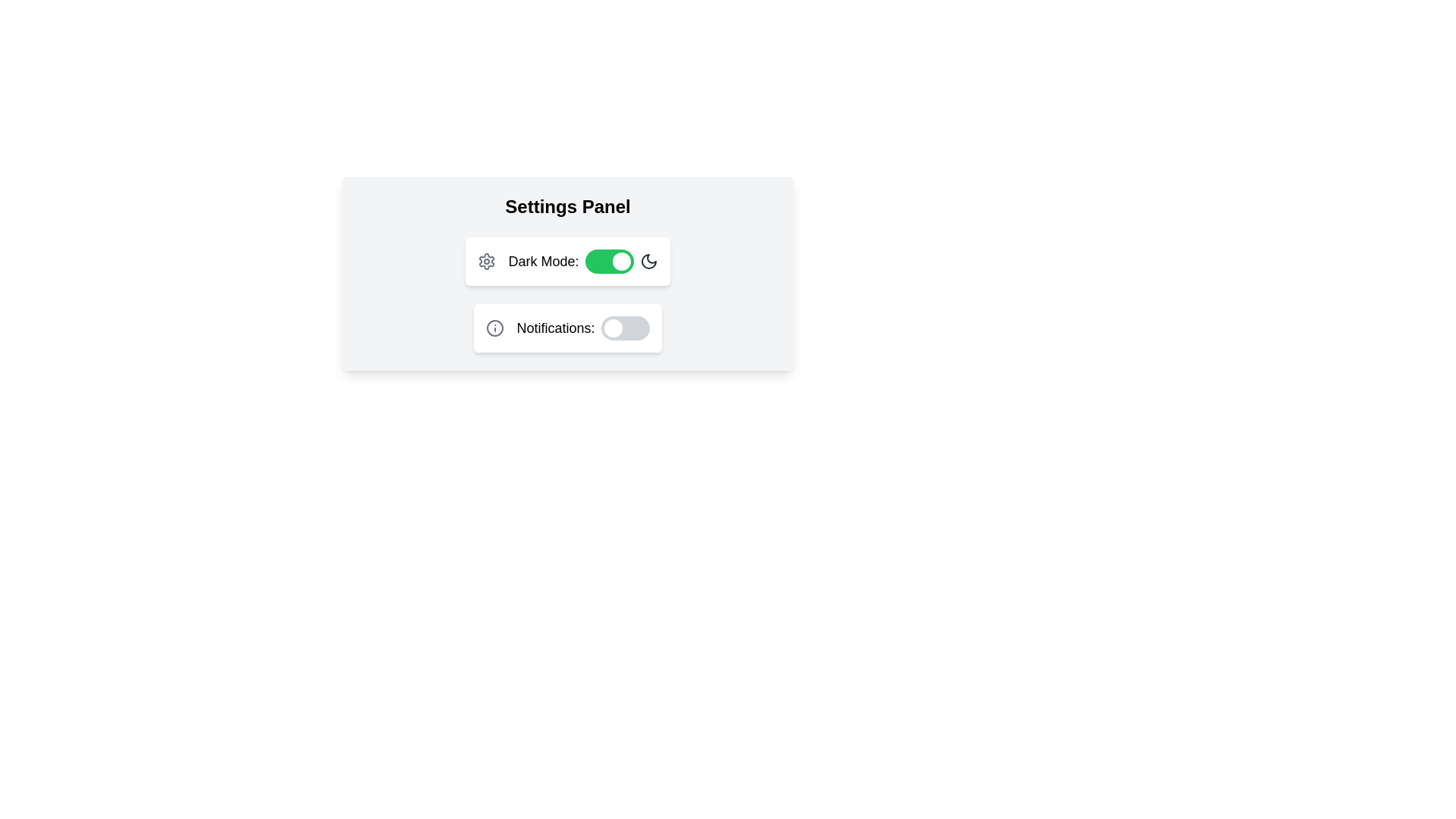 The image size is (1456, 819). I want to click on the text label or heading that serves as a title at the top of the card layout, so click(566, 207).